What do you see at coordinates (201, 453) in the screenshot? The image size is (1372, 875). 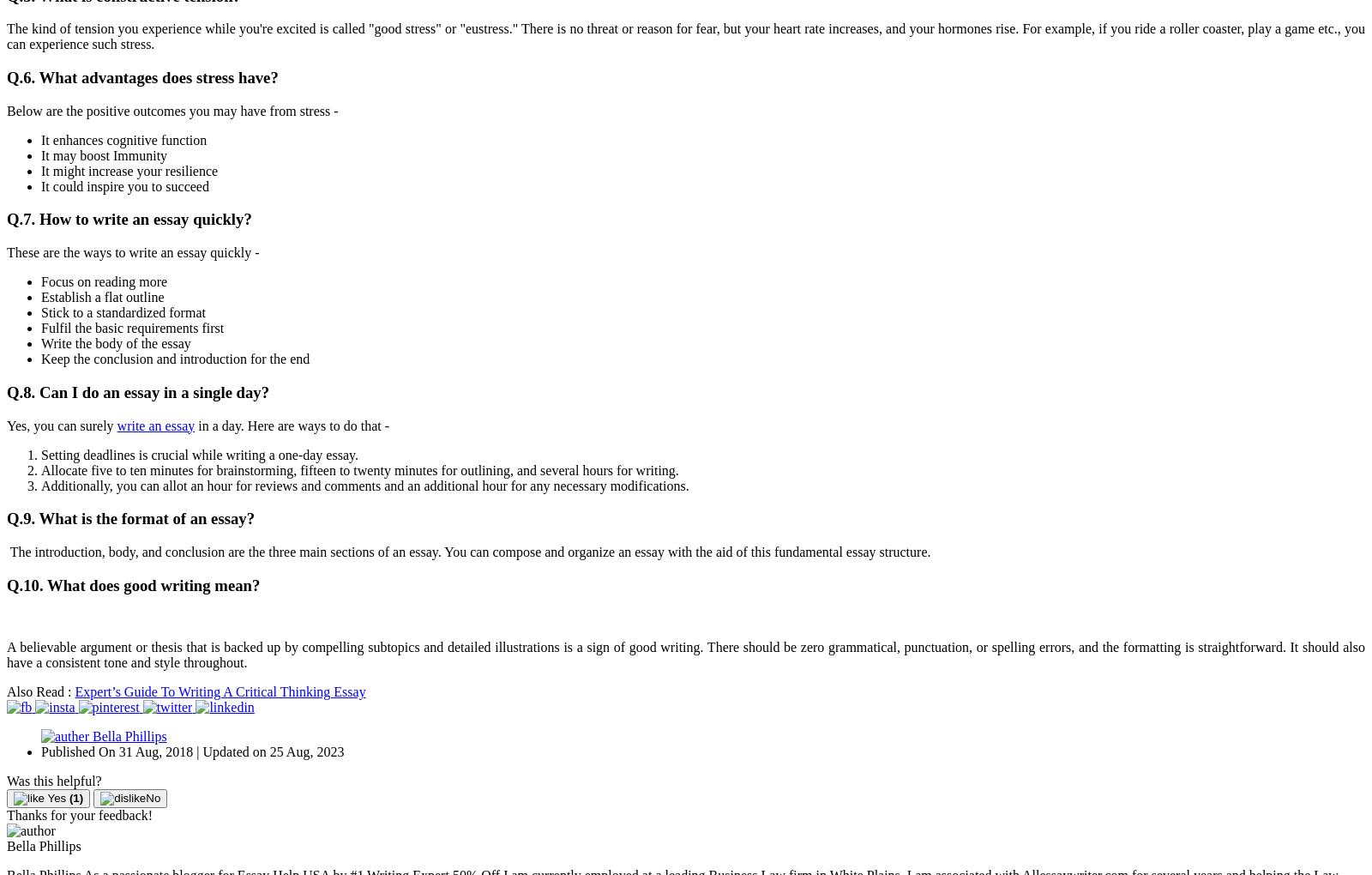 I see `'Setting deadlines is crucial while writing a one-day essay.'` at bounding box center [201, 453].